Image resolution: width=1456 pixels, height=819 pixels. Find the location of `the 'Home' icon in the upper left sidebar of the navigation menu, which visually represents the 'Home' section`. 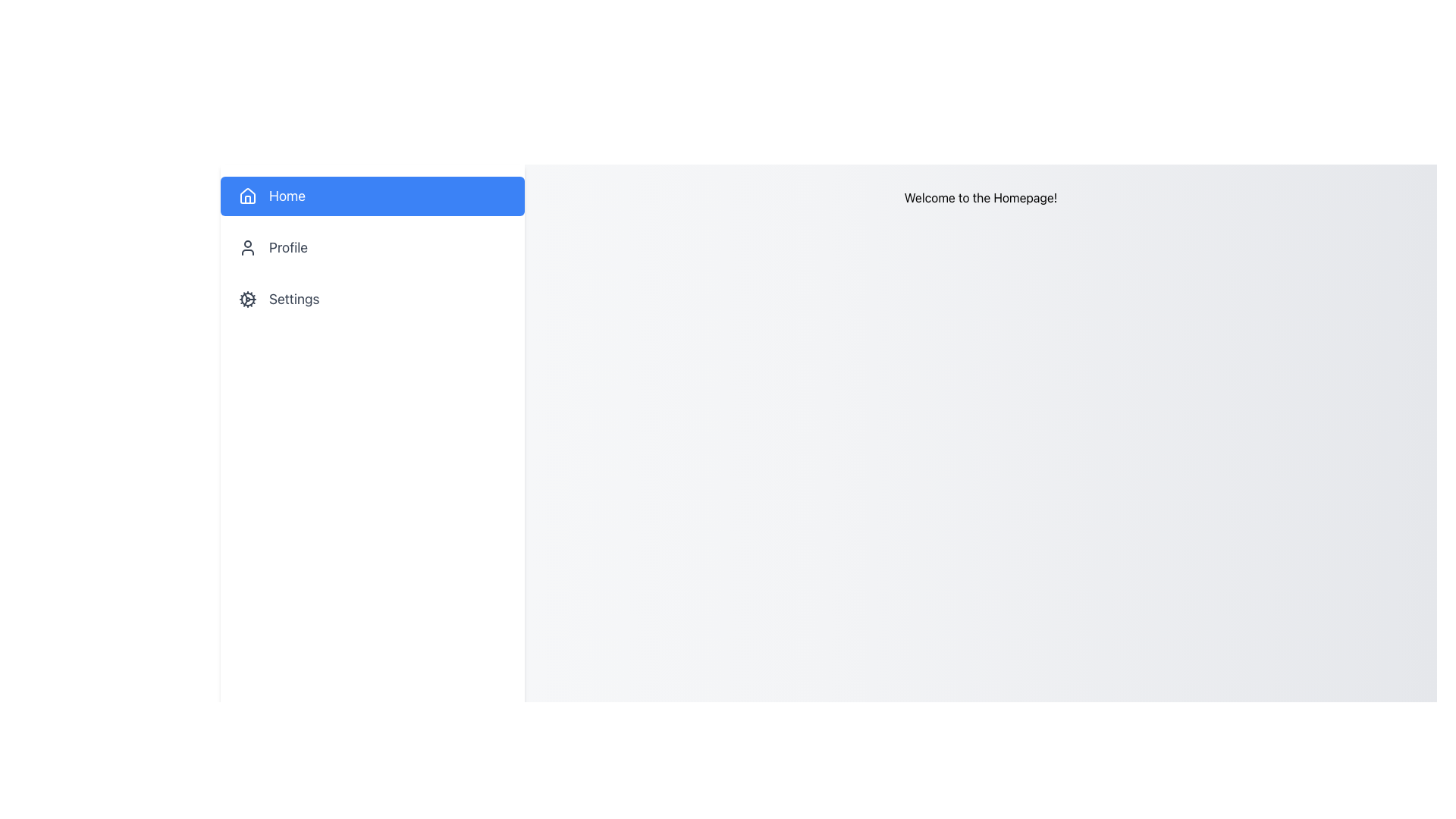

the 'Home' icon in the upper left sidebar of the navigation menu, which visually represents the 'Home' section is located at coordinates (247, 195).